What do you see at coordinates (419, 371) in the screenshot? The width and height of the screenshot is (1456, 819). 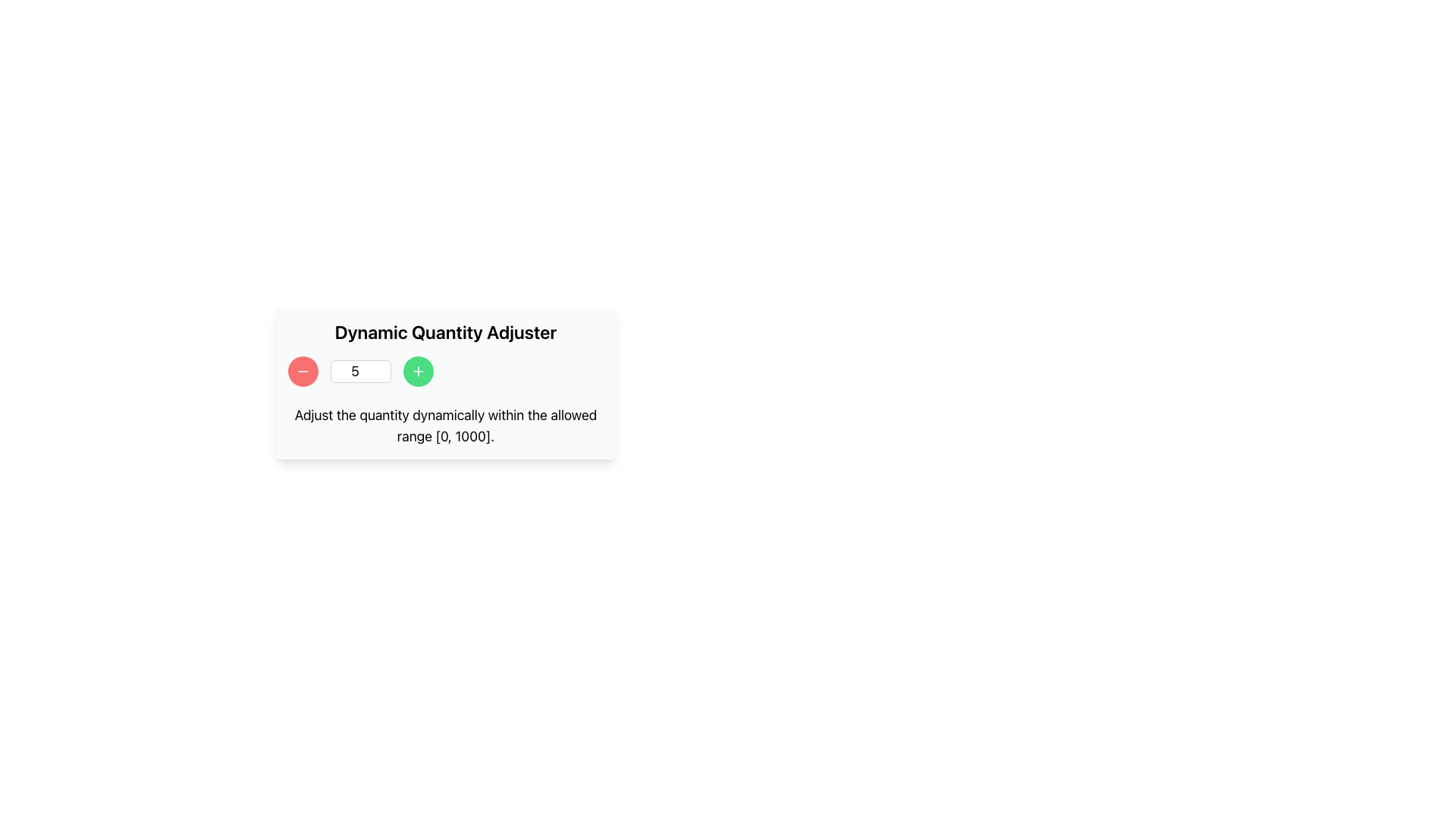 I see `the green circular plus sign SVG icon located to the right of the value input area under the 'Dynamic Quantity Adjuster' title` at bounding box center [419, 371].